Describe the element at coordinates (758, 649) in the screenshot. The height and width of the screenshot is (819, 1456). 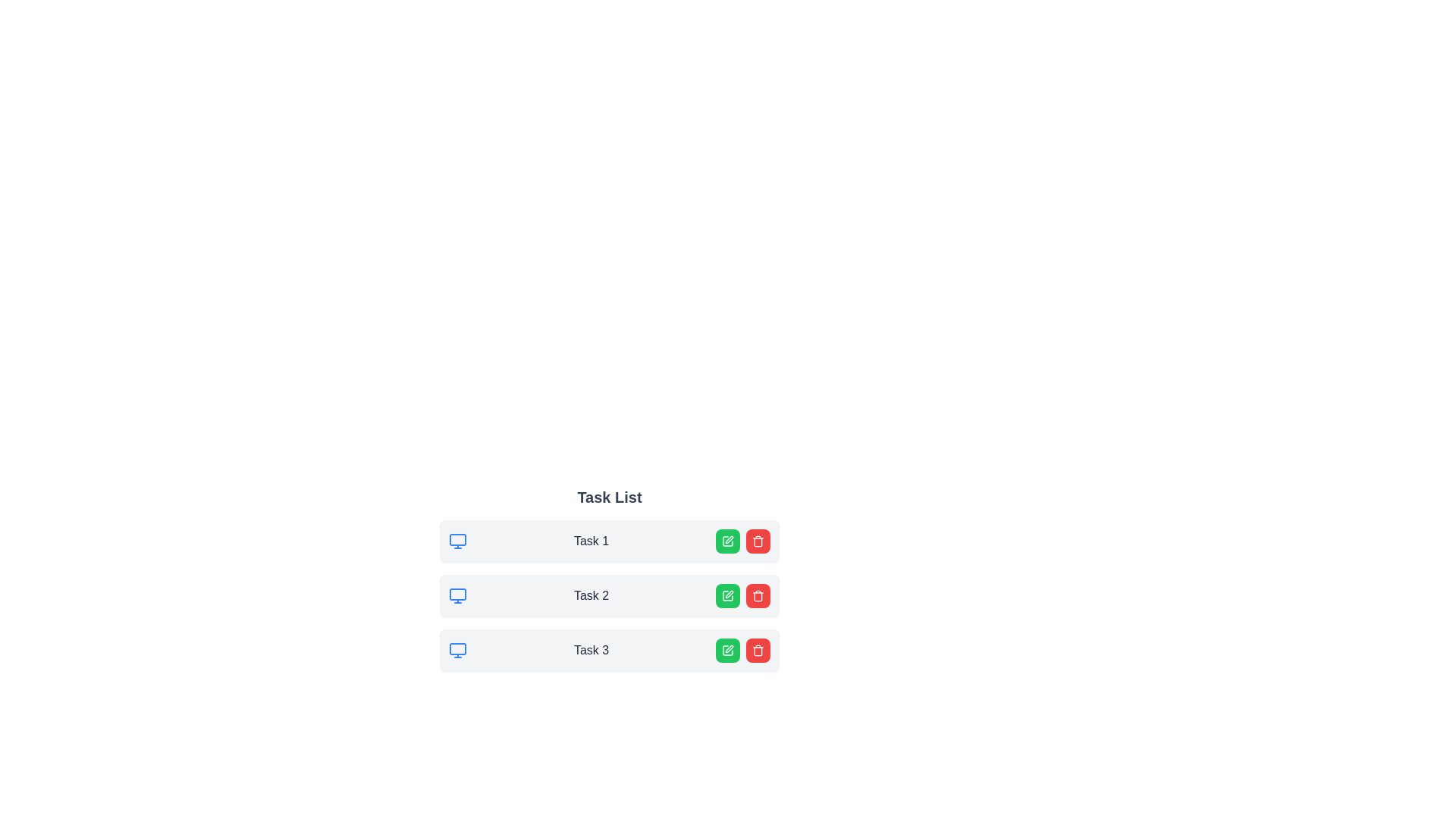
I see `the red trash icon button in the last column of the third row` at that location.